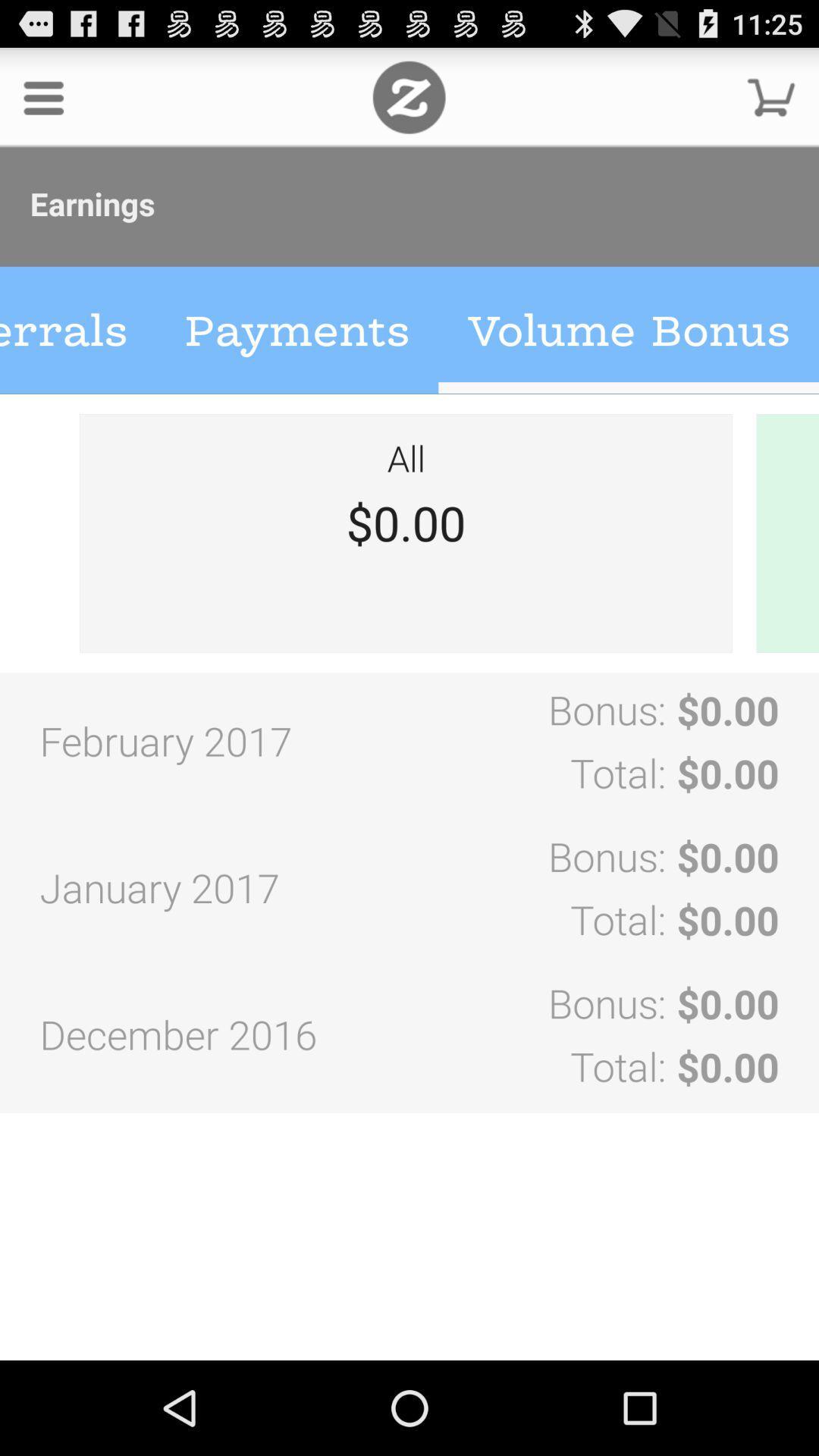 The height and width of the screenshot is (1456, 819). I want to click on home screen, so click(408, 96).